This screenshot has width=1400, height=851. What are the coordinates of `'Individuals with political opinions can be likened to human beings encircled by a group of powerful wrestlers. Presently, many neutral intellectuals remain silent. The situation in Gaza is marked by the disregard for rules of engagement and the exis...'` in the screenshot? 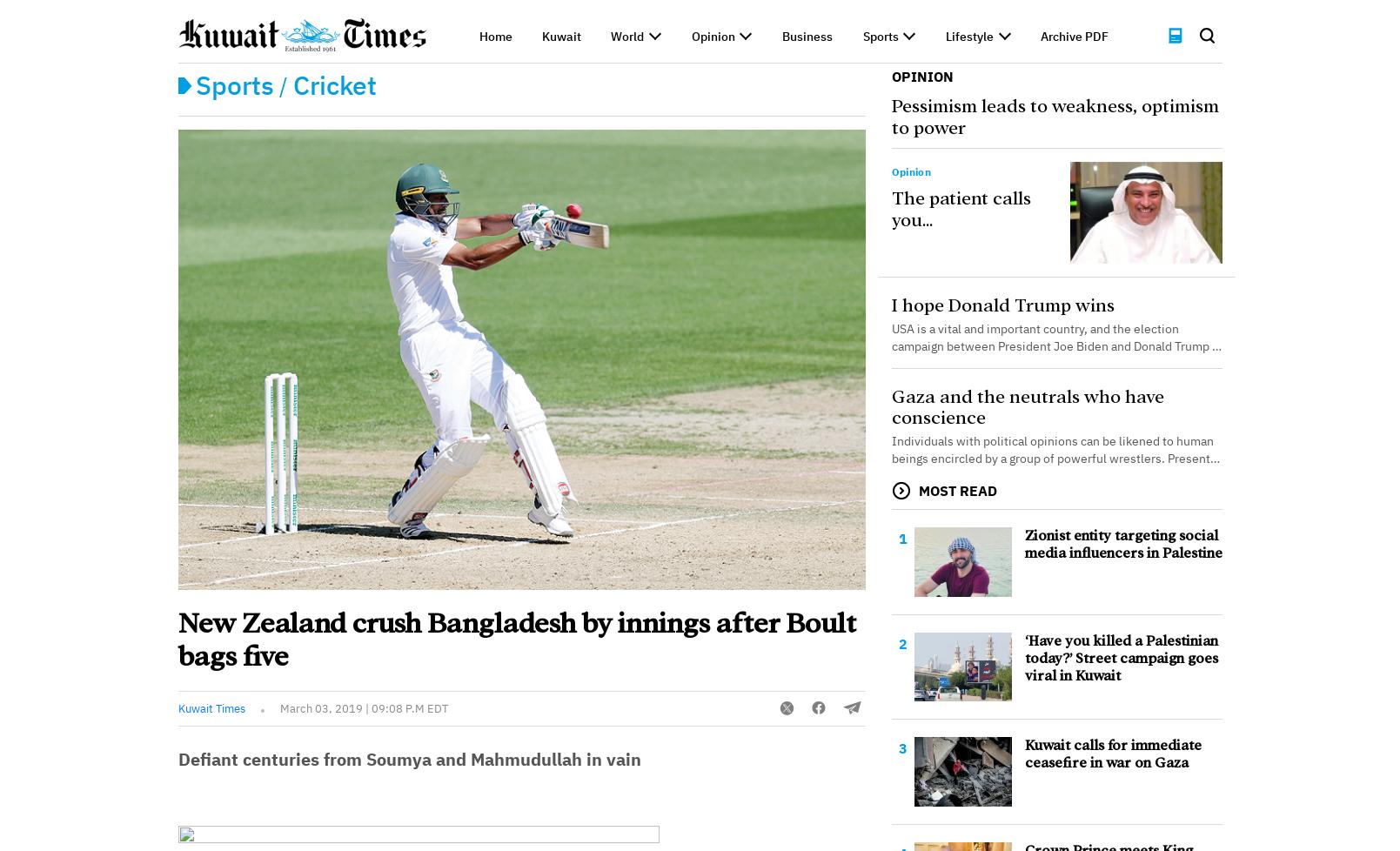 It's located at (1055, 475).